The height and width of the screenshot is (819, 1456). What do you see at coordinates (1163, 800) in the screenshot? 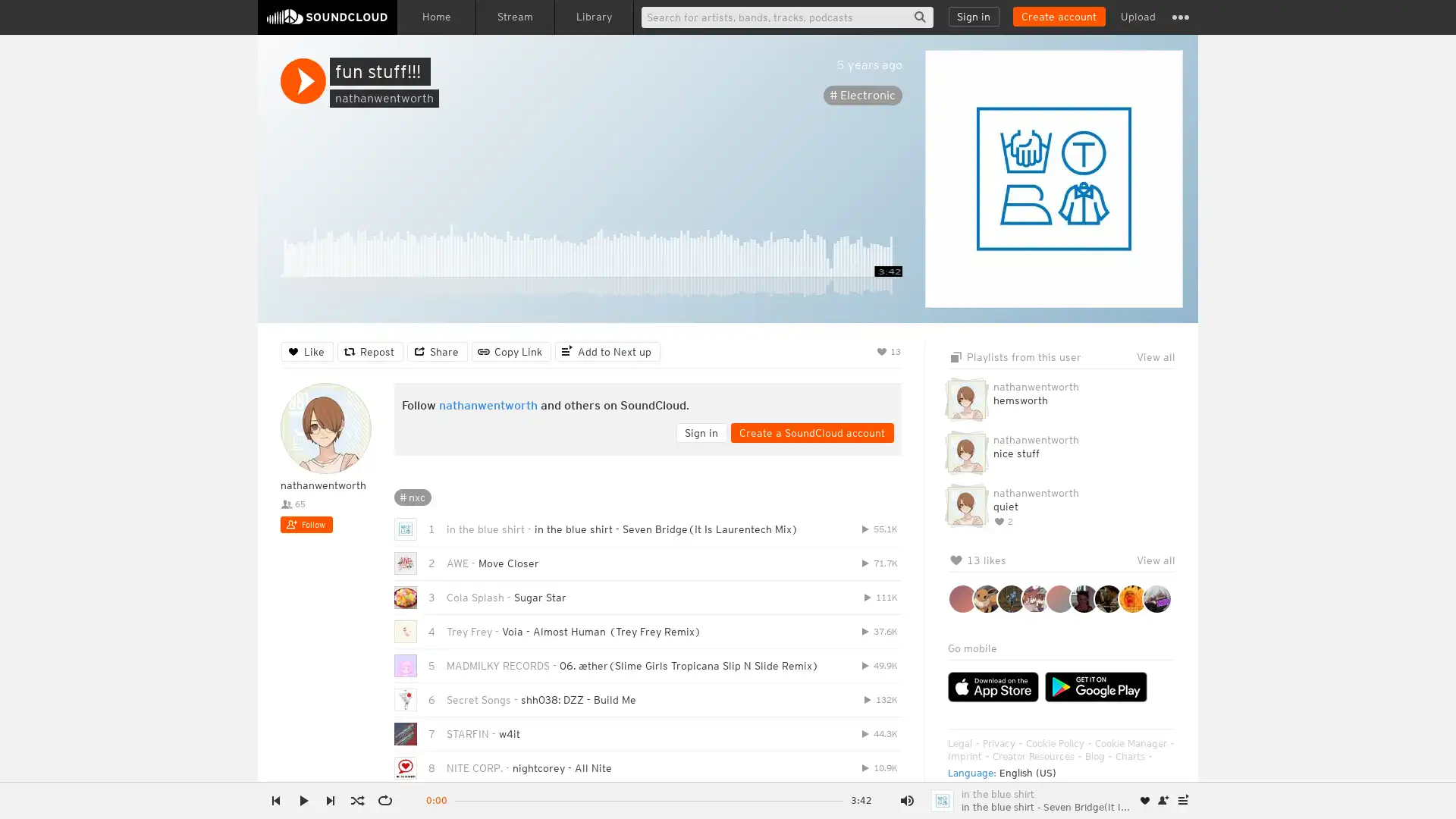
I see `Follow` at bounding box center [1163, 800].